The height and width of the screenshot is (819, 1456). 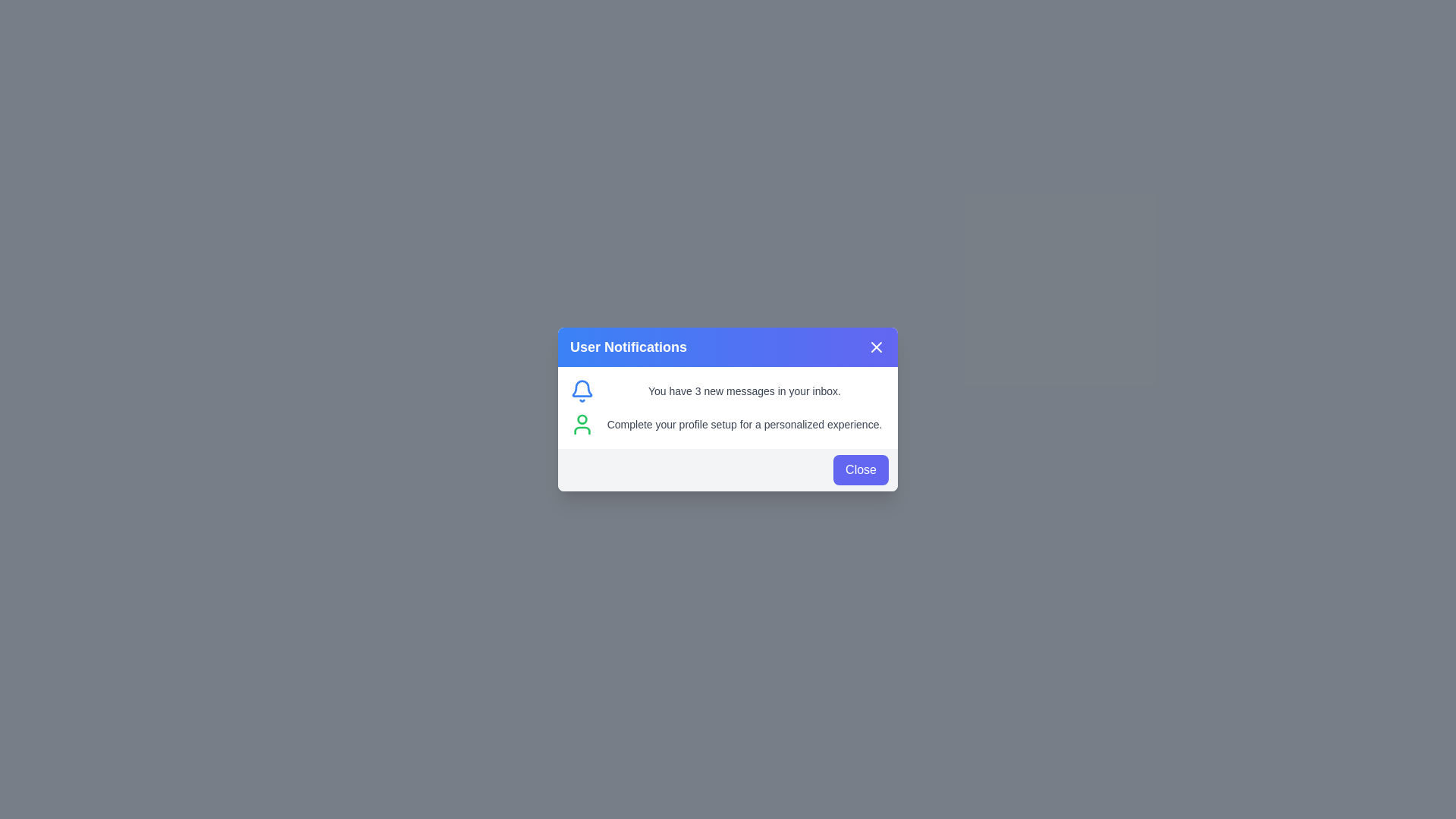 What do you see at coordinates (745, 391) in the screenshot?
I see `the notification text indicating the number of unread messages located on the right side of a bell-shaped icon within a notification card, positioned in the upper section of the notification interface` at bounding box center [745, 391].